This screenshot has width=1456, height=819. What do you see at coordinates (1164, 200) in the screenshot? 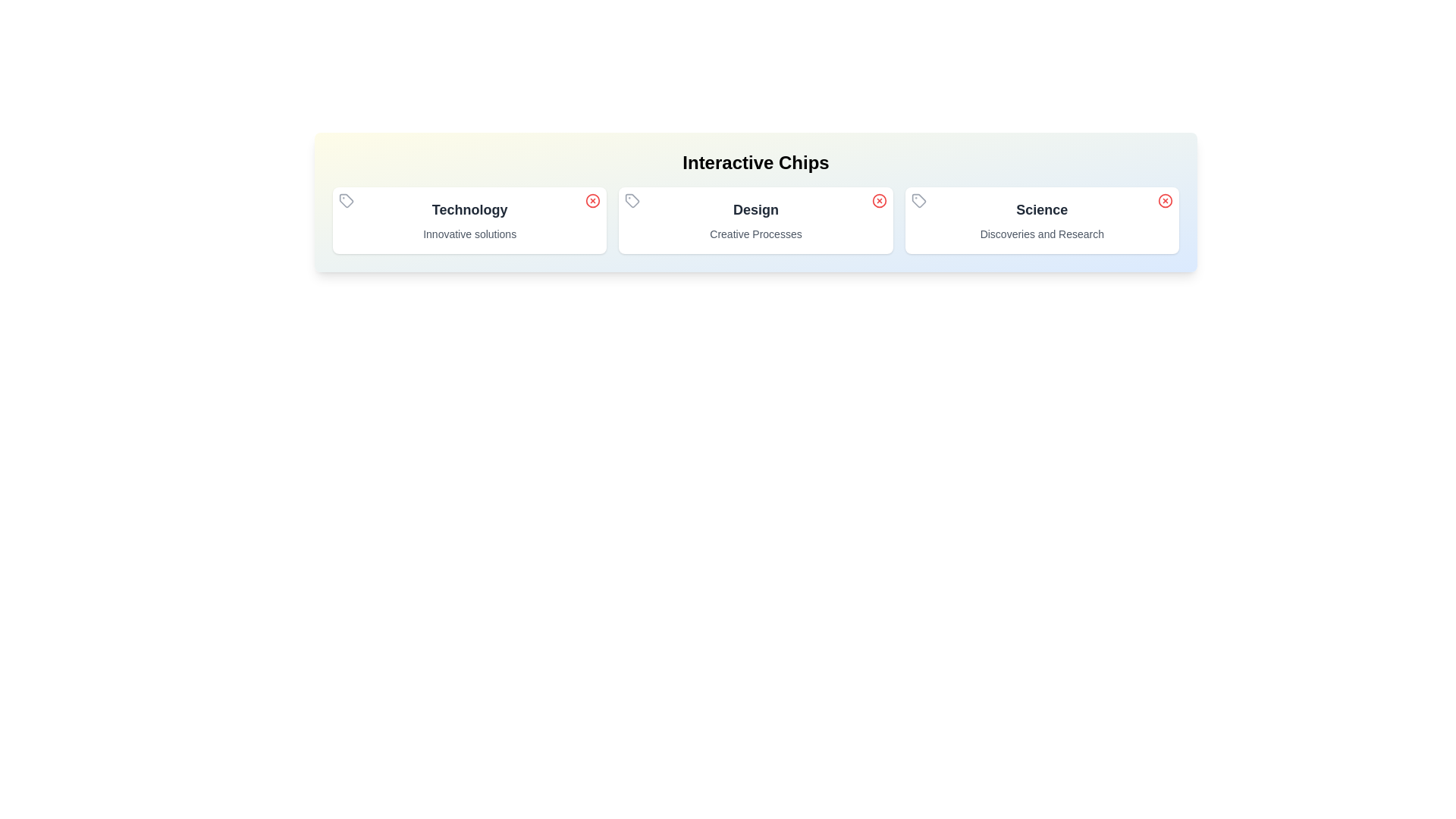
I see `the close button of the chip labeled Science to remove it` at bounding box center [1164, 200].